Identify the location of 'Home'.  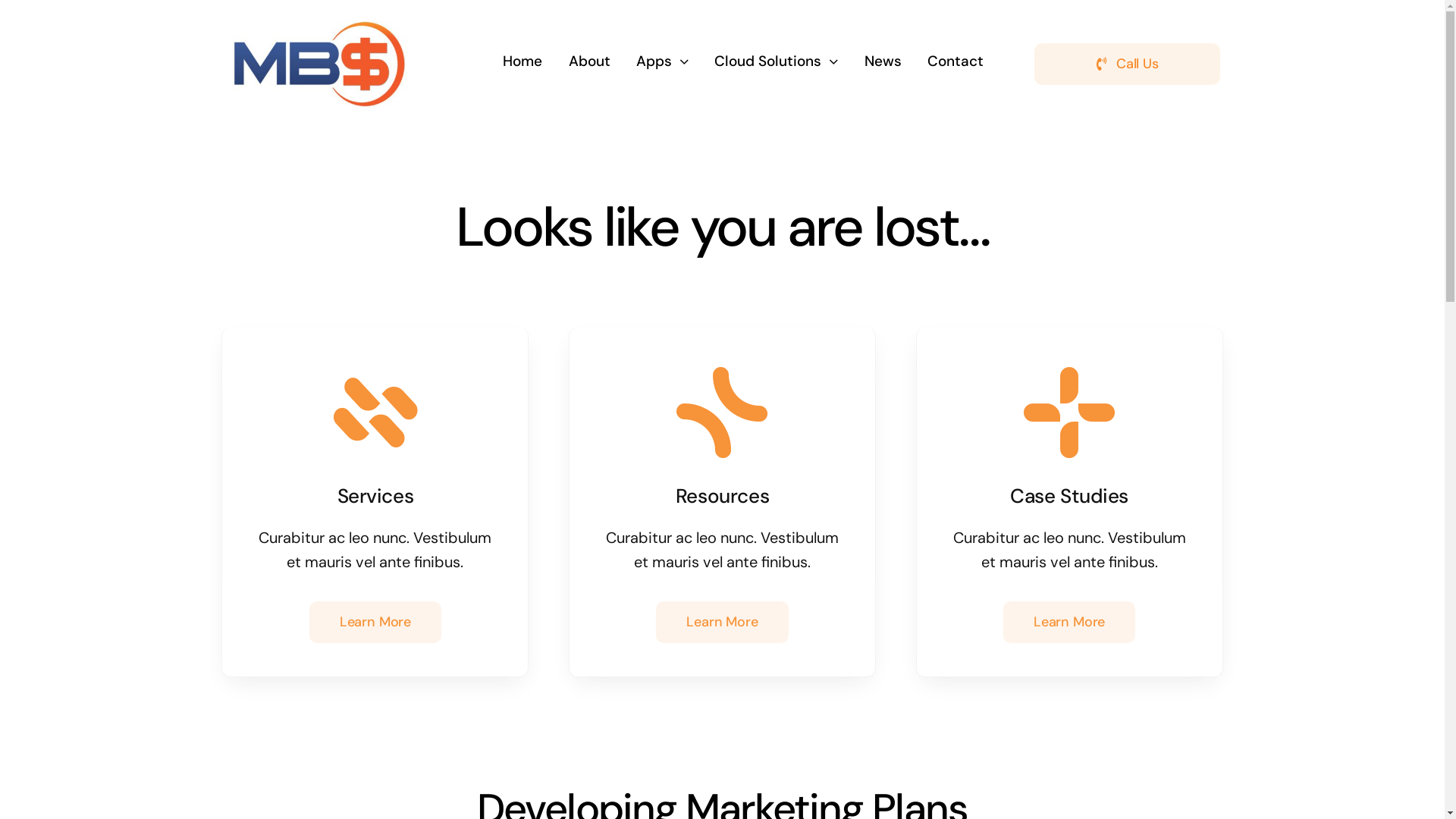
(522, 61).